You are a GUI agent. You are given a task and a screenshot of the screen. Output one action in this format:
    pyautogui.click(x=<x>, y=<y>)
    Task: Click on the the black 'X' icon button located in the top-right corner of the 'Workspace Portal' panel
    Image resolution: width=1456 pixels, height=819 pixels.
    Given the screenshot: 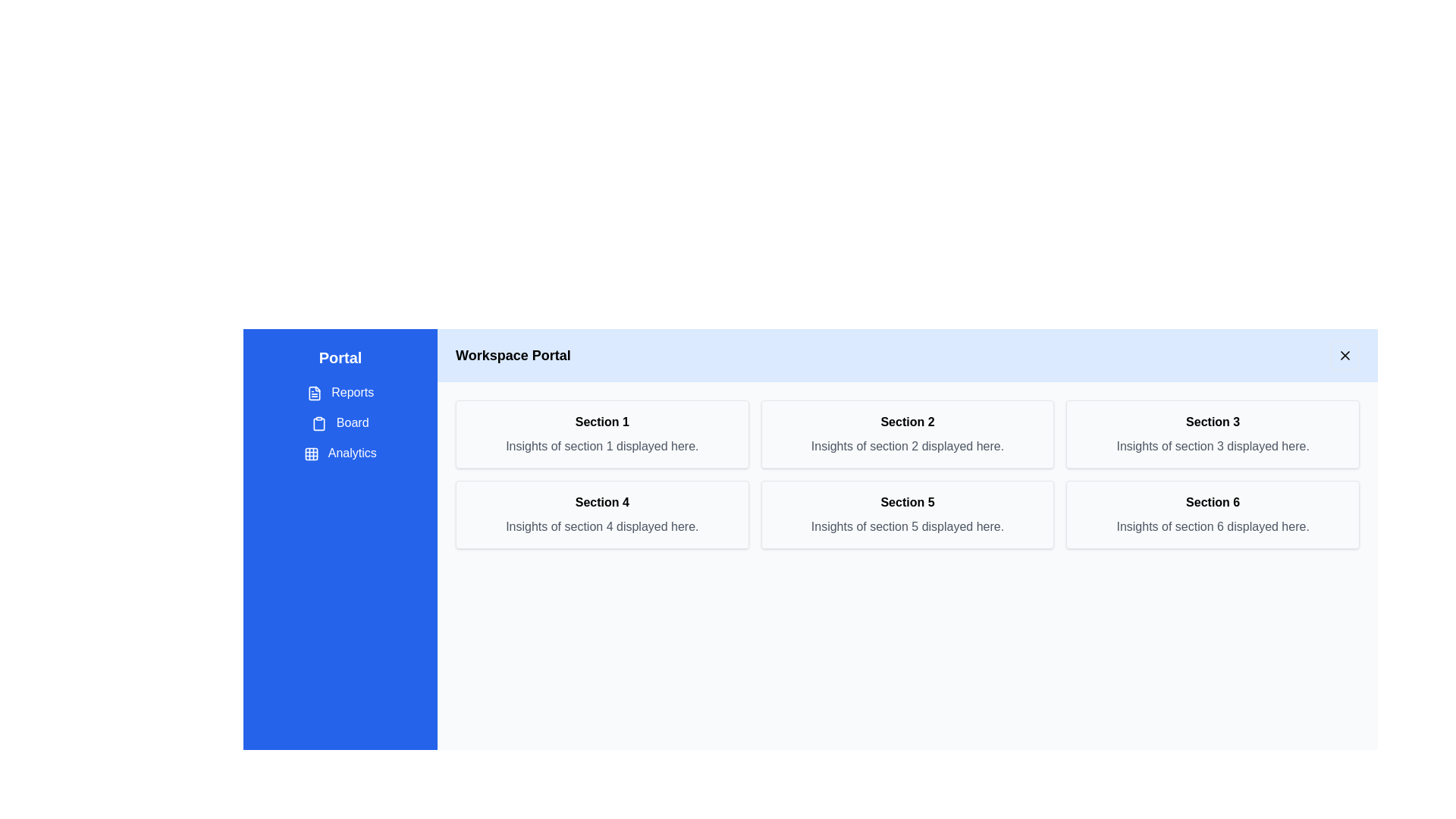 What is the action you would take?
    pyautogui.click(x=1345, y=356)
    